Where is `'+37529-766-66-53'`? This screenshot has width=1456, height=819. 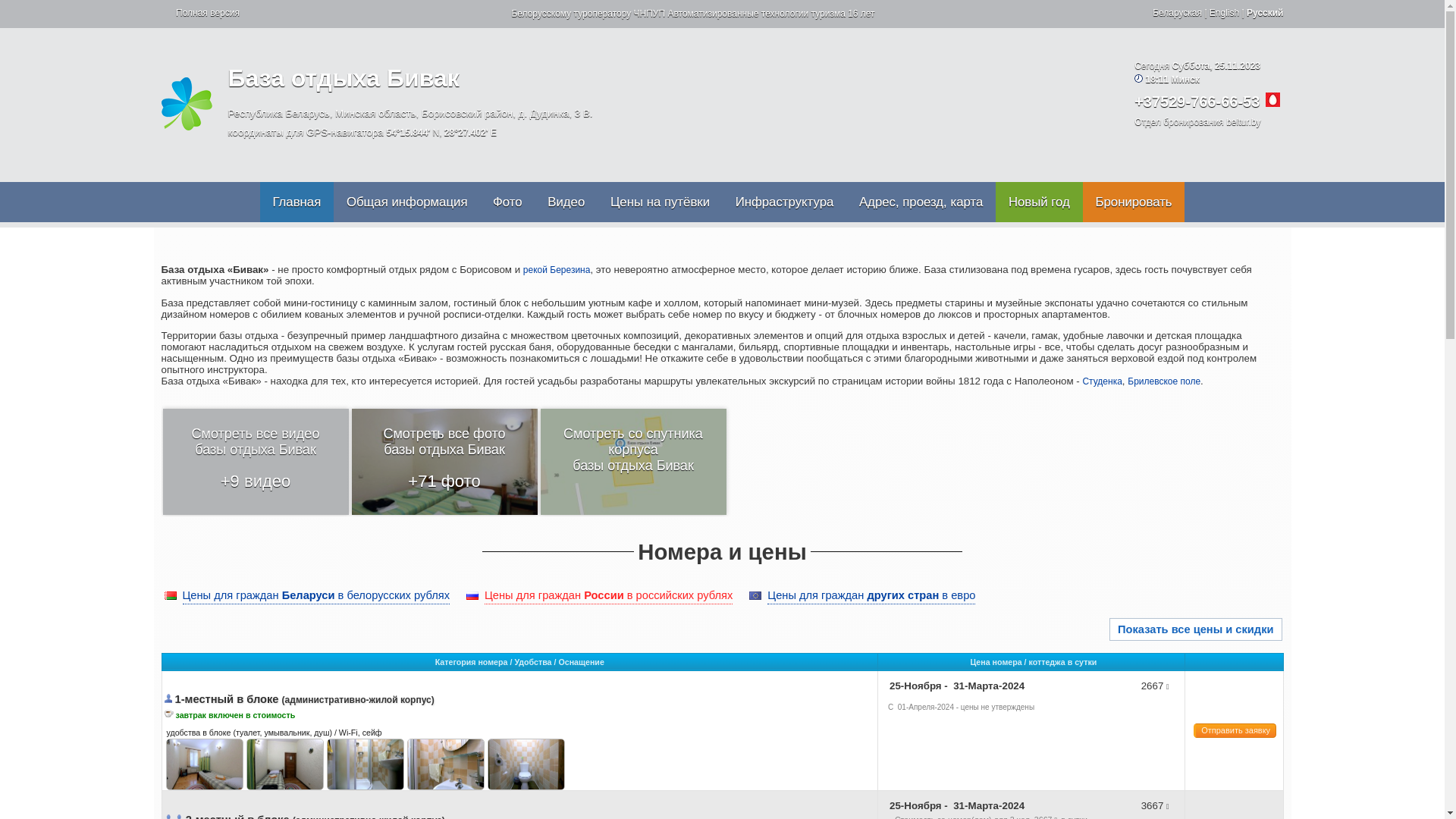 '+37529-766-66-53' is located at coordinates (1196, 102).